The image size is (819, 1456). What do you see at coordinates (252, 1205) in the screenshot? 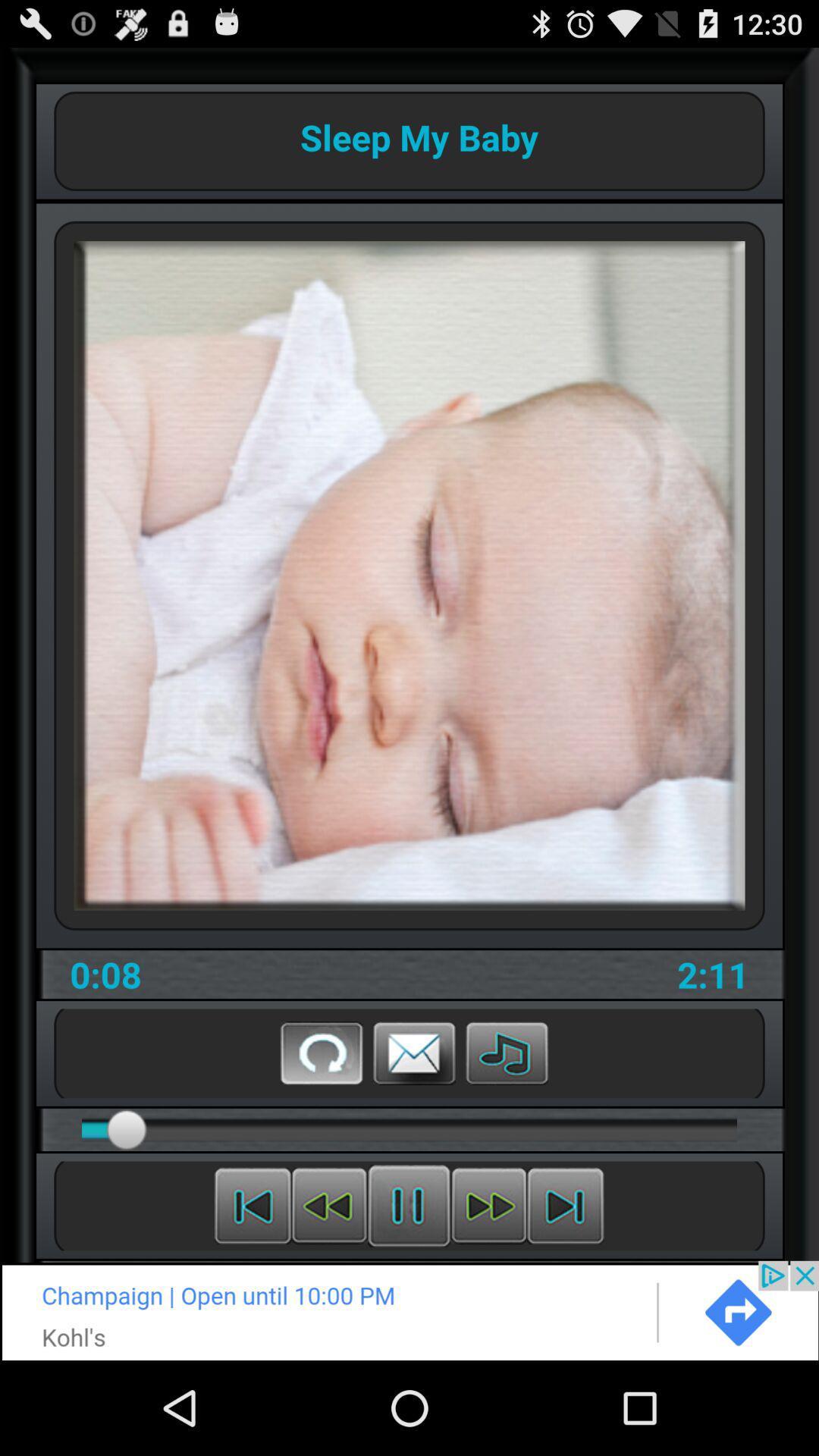
I see `the beginning` at bounding box center [252, 1205].